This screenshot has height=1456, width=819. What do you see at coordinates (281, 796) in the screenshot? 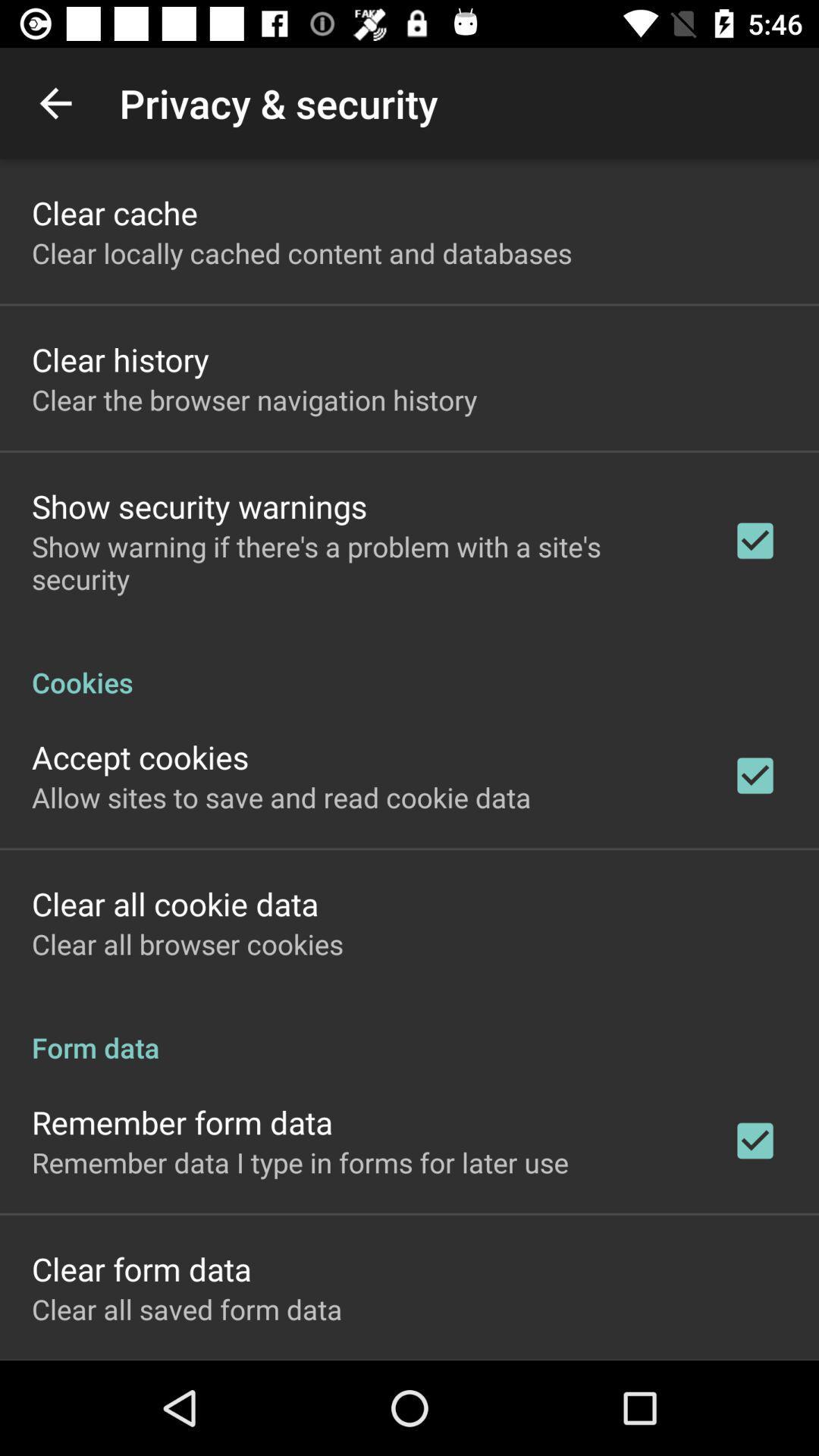
I see `the item above clear all cookie item` at bounding box center [281, 796].